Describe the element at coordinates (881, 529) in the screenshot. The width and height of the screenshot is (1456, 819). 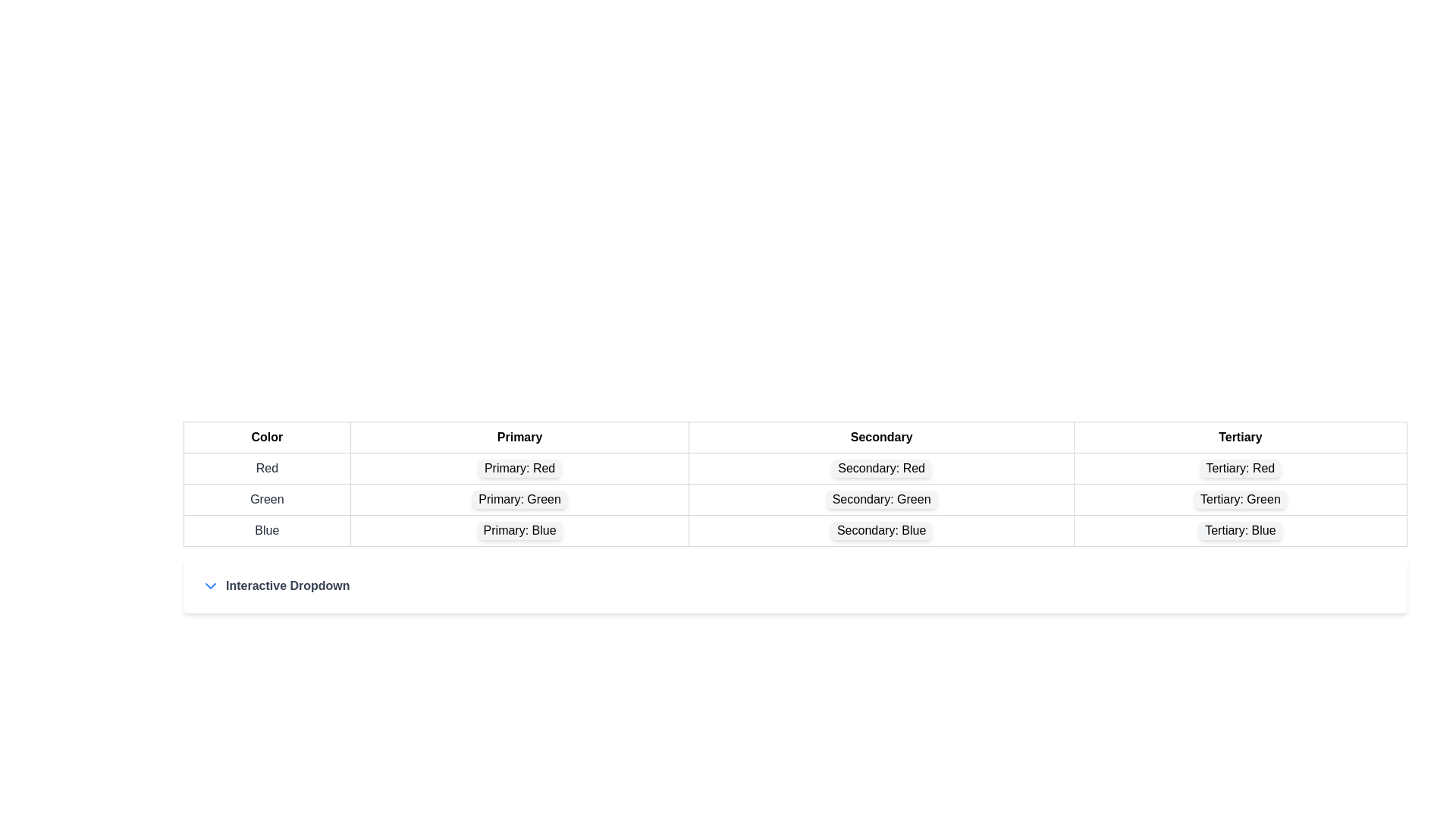
I see `the 'Secondary Color' display element labeled 'Blue', which is positioned between the 'Primary: Blue' button and the 'Tertiary: Blue' button` at that location.